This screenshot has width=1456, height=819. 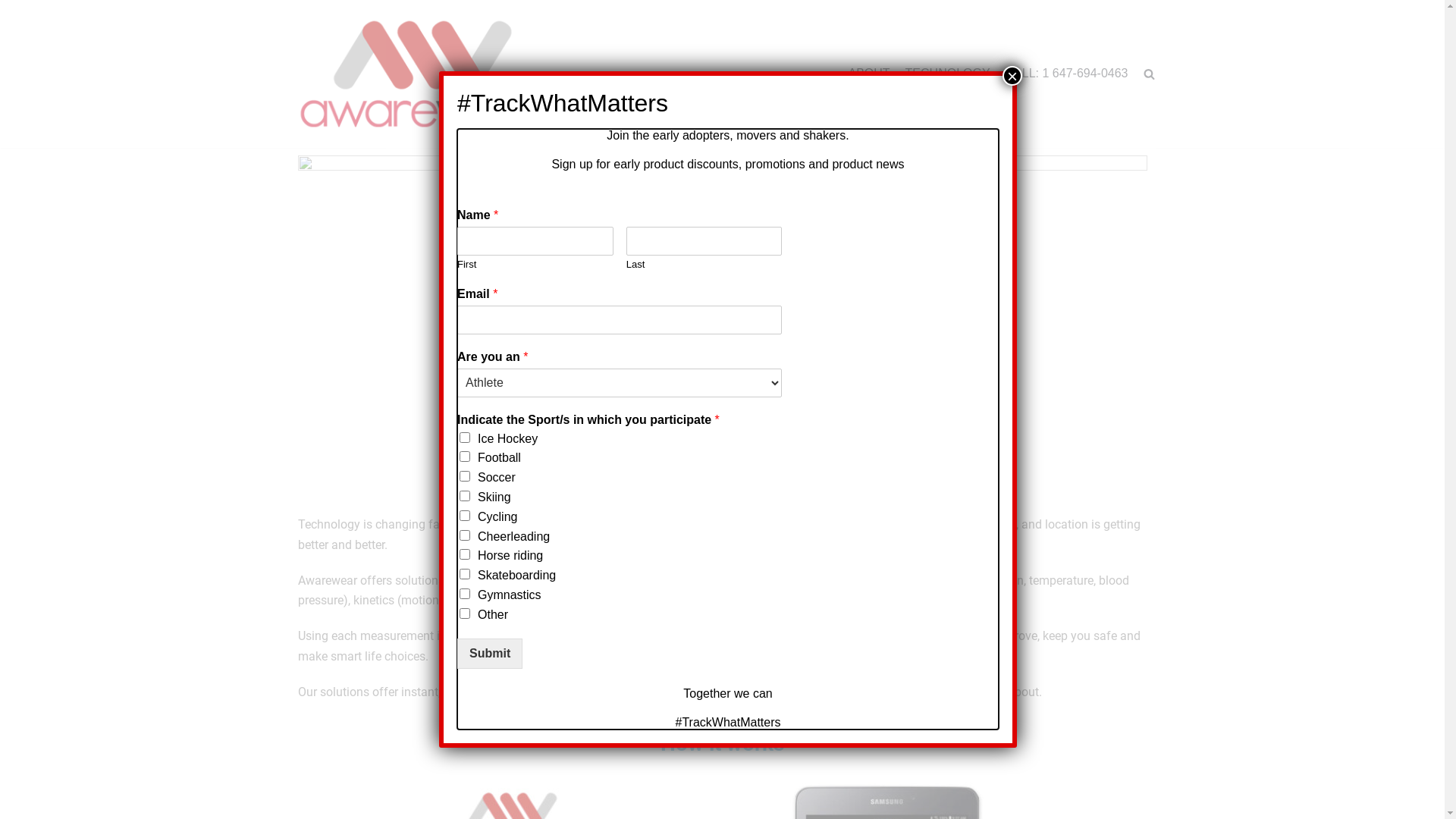 I want to click on 'ABOUT', so click(x=868, y=74).